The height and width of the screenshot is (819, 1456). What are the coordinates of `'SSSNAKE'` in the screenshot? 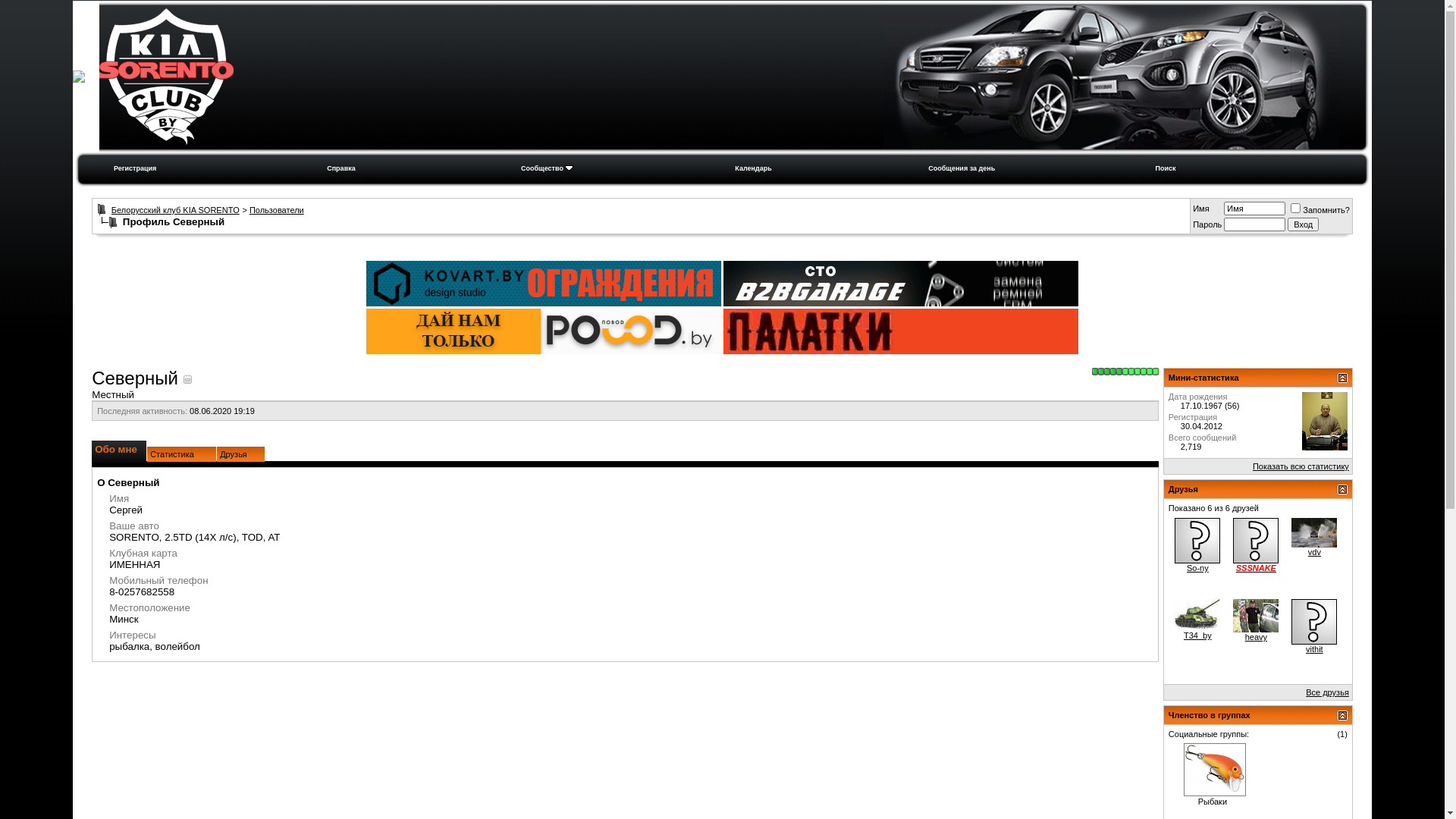 It's located at (1256, 567).